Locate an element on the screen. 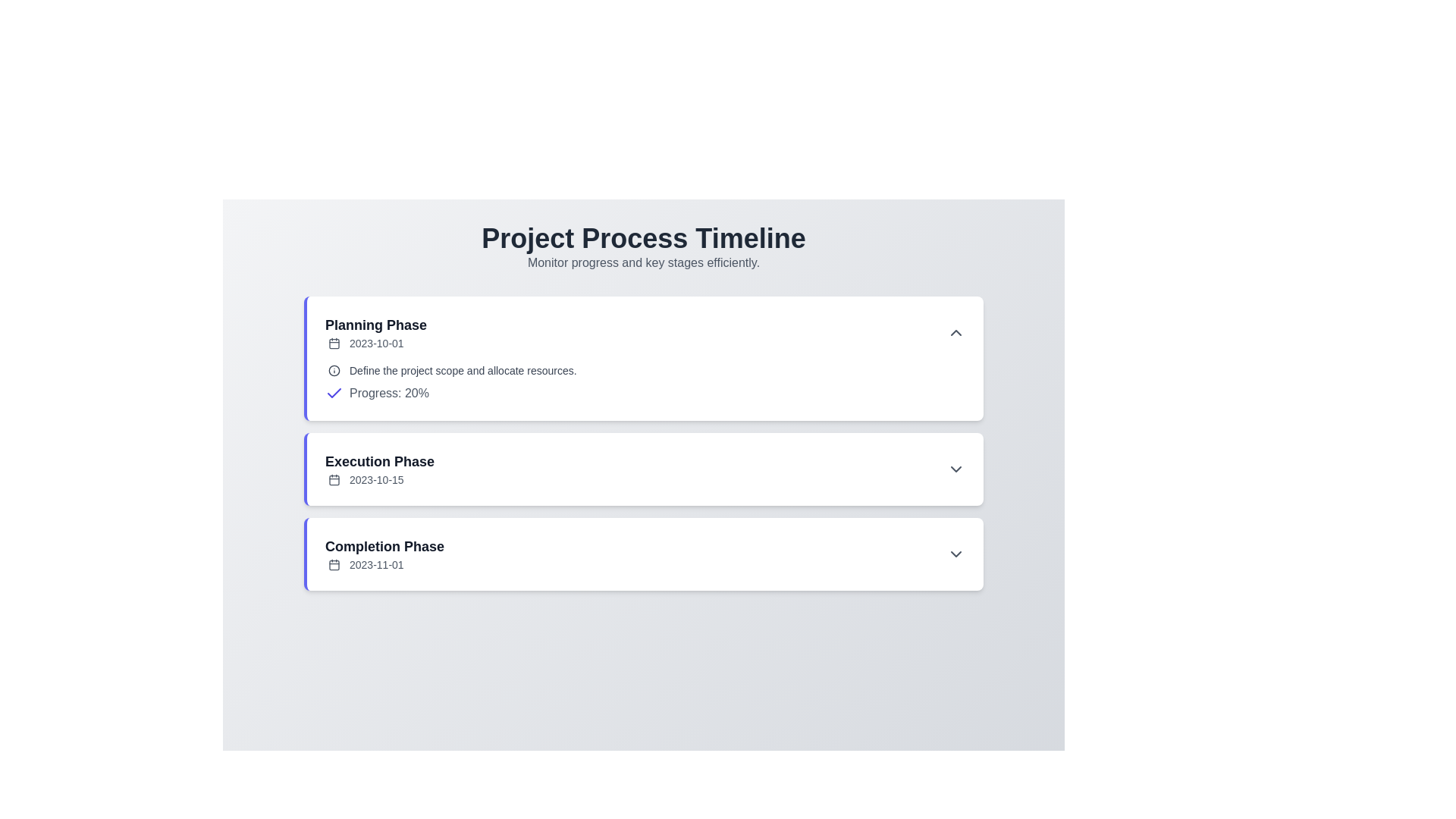  the composite display element titled 'Completion Phase' with the date '2023-11-01' and a calendar icon on the left, located at the bottom of the vertical sequence of elements is located at coordinates (384, 554).